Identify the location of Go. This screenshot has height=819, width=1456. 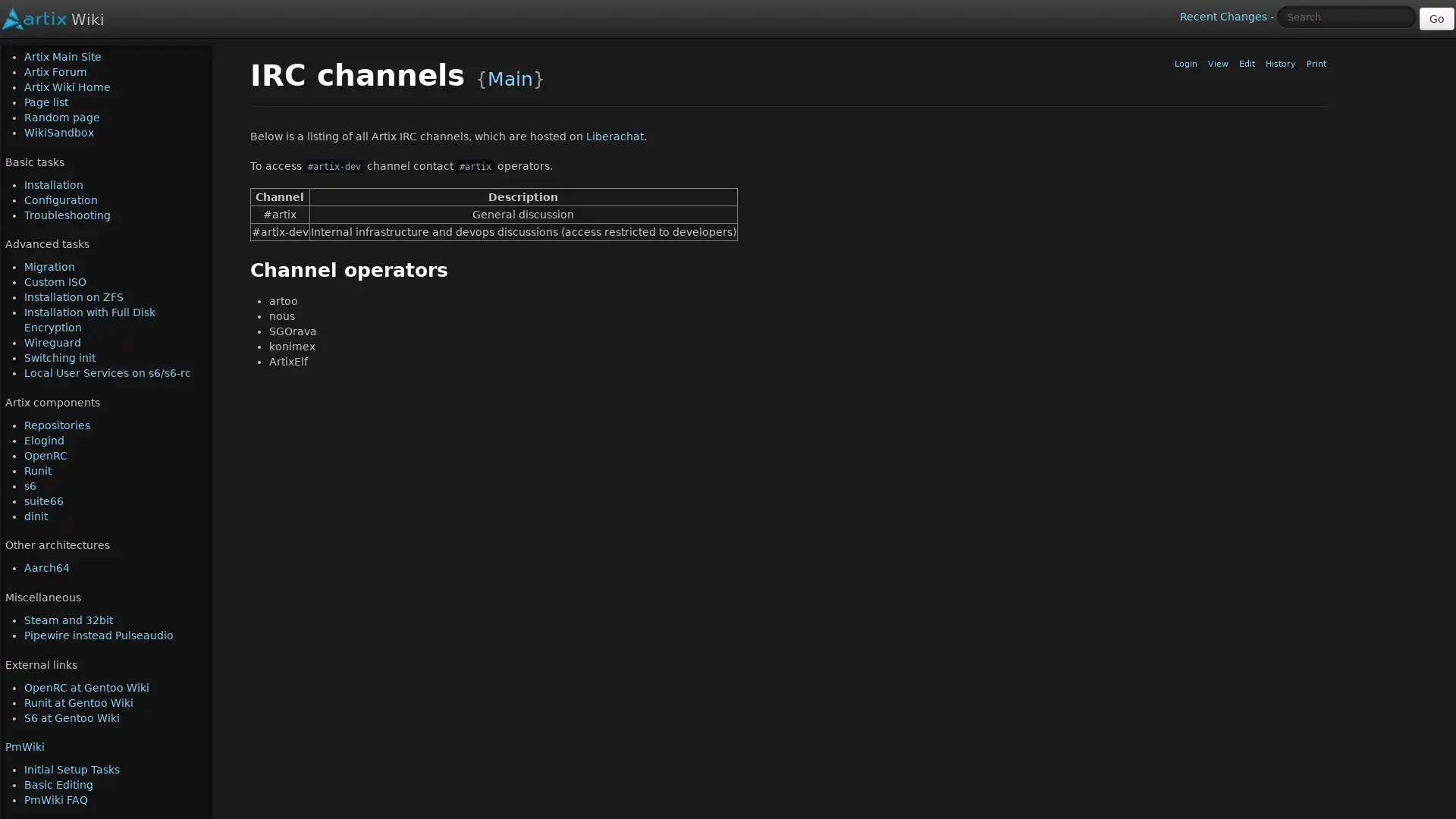
(1436, 18).